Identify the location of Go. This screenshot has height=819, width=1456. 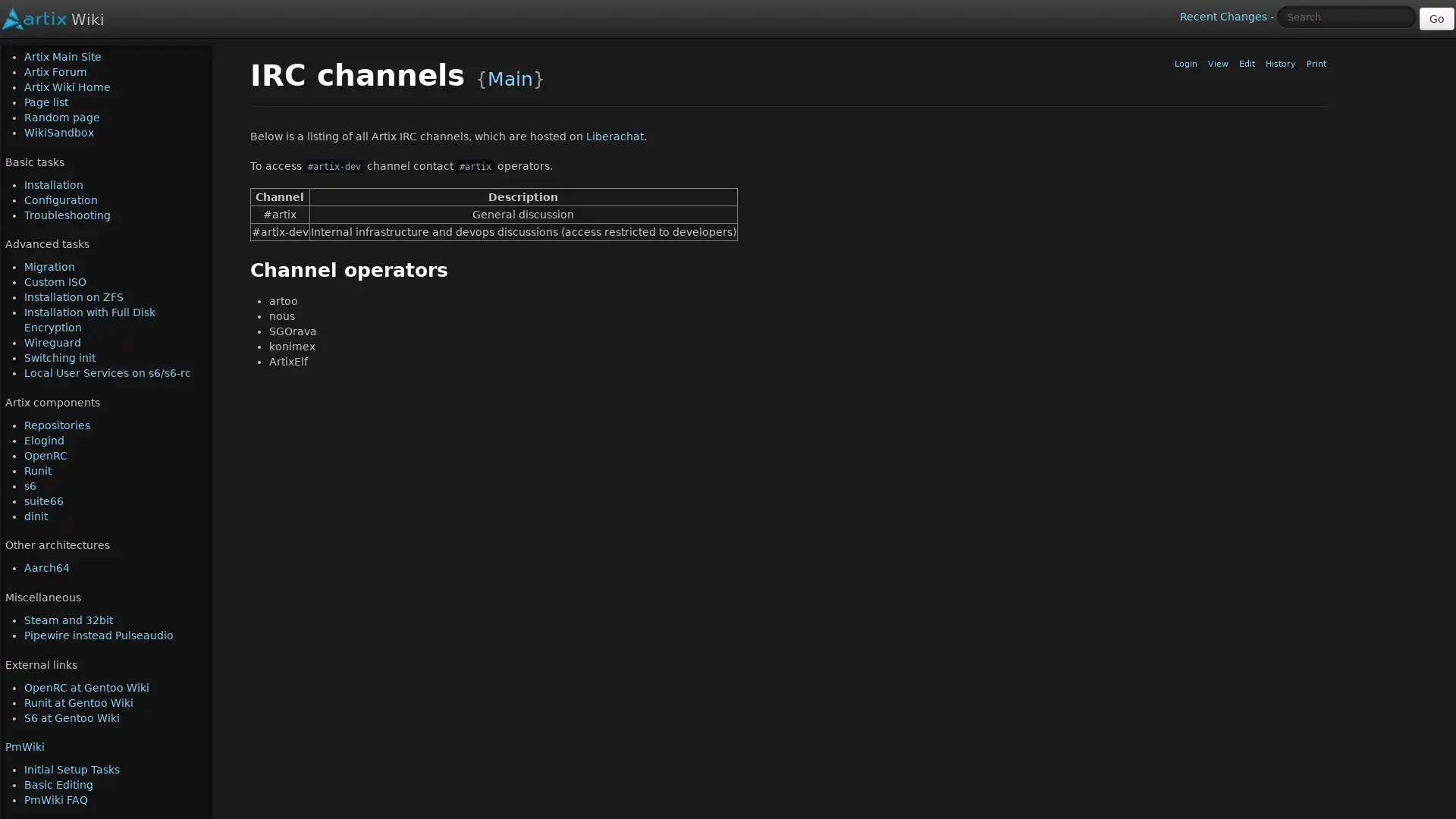
(1436, 18).